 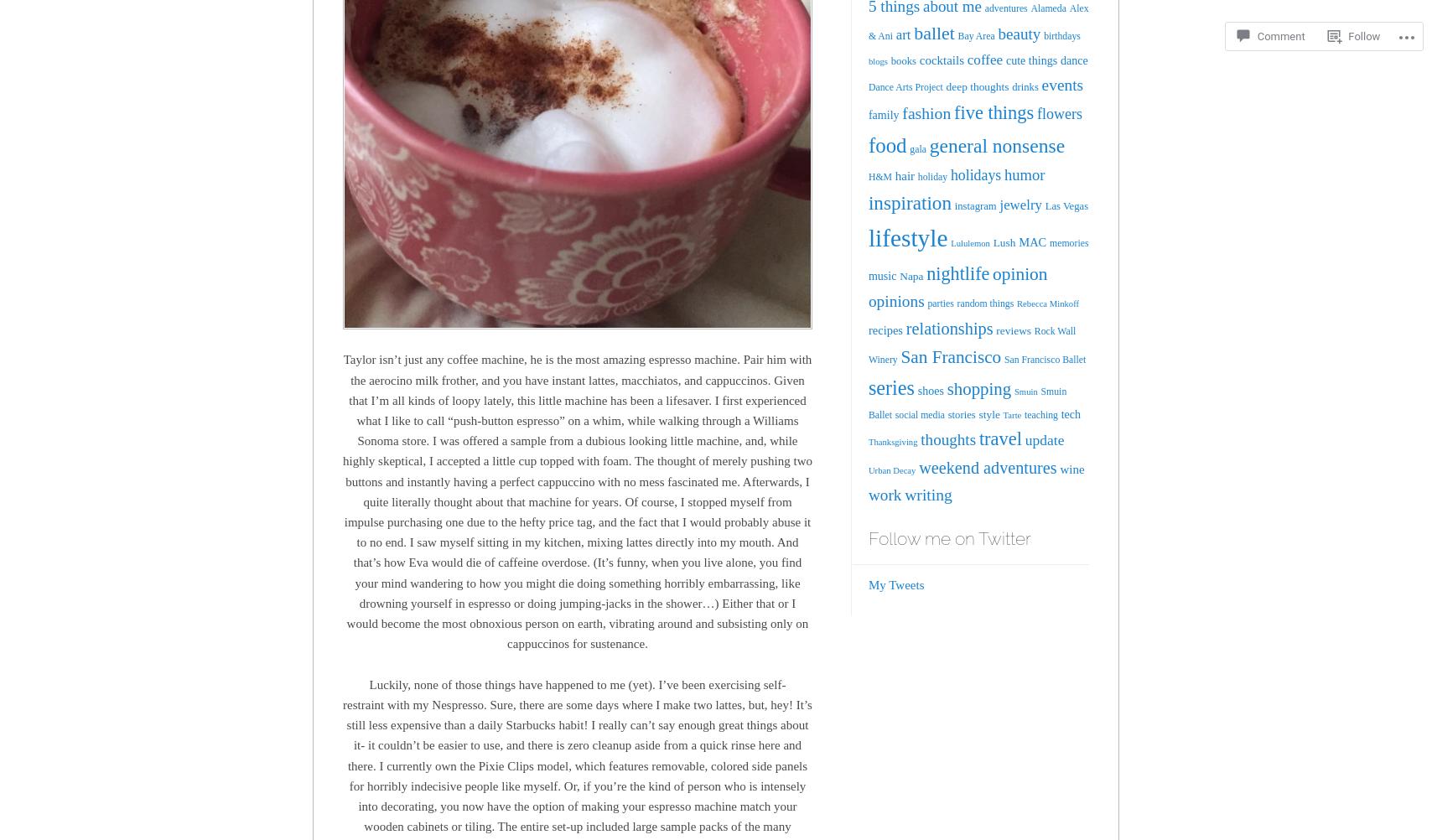 I want to click on 'My Tweets', so click(x=895, y=584).